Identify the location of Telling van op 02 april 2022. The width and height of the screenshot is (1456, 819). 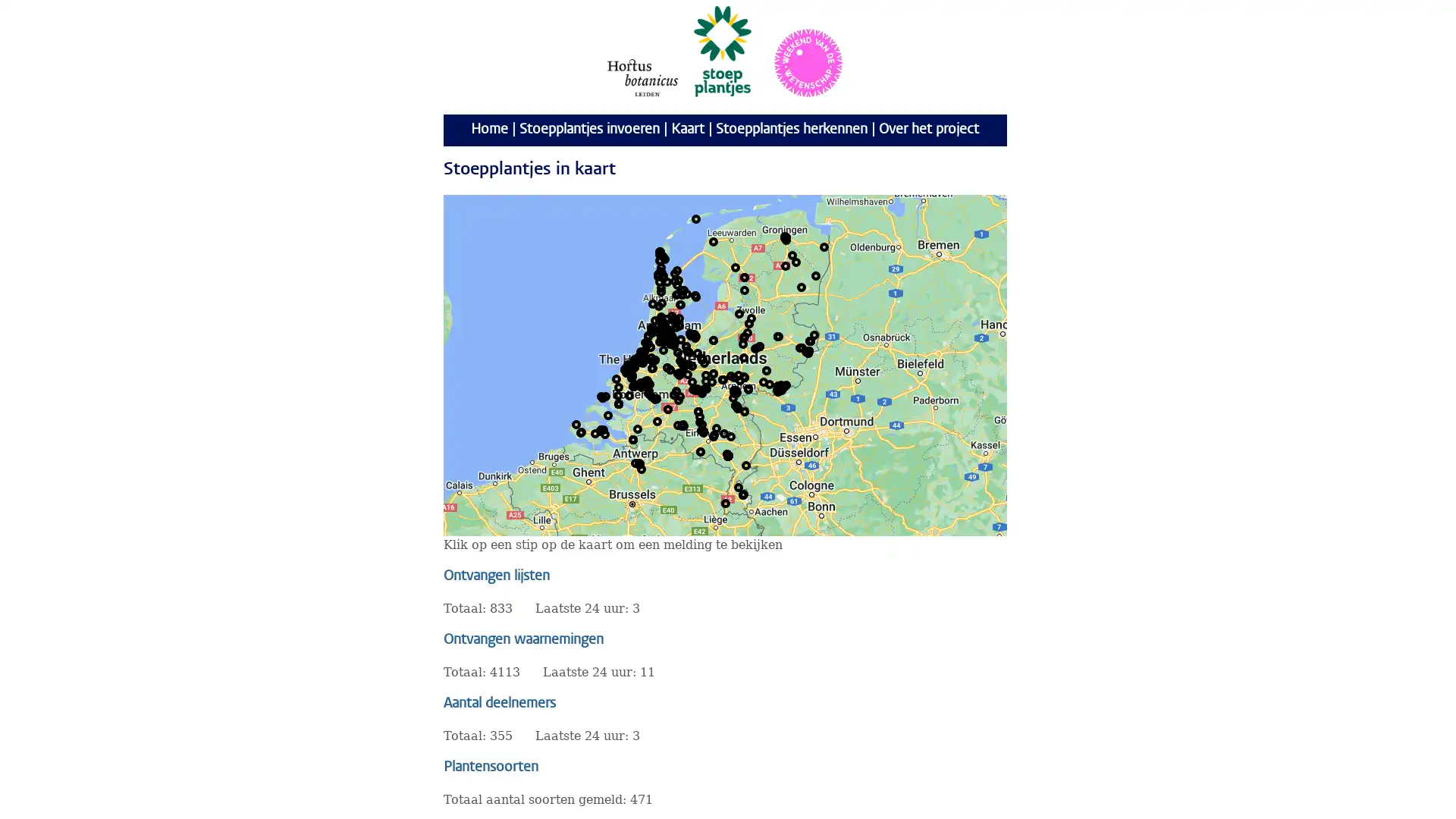
(663, 278).